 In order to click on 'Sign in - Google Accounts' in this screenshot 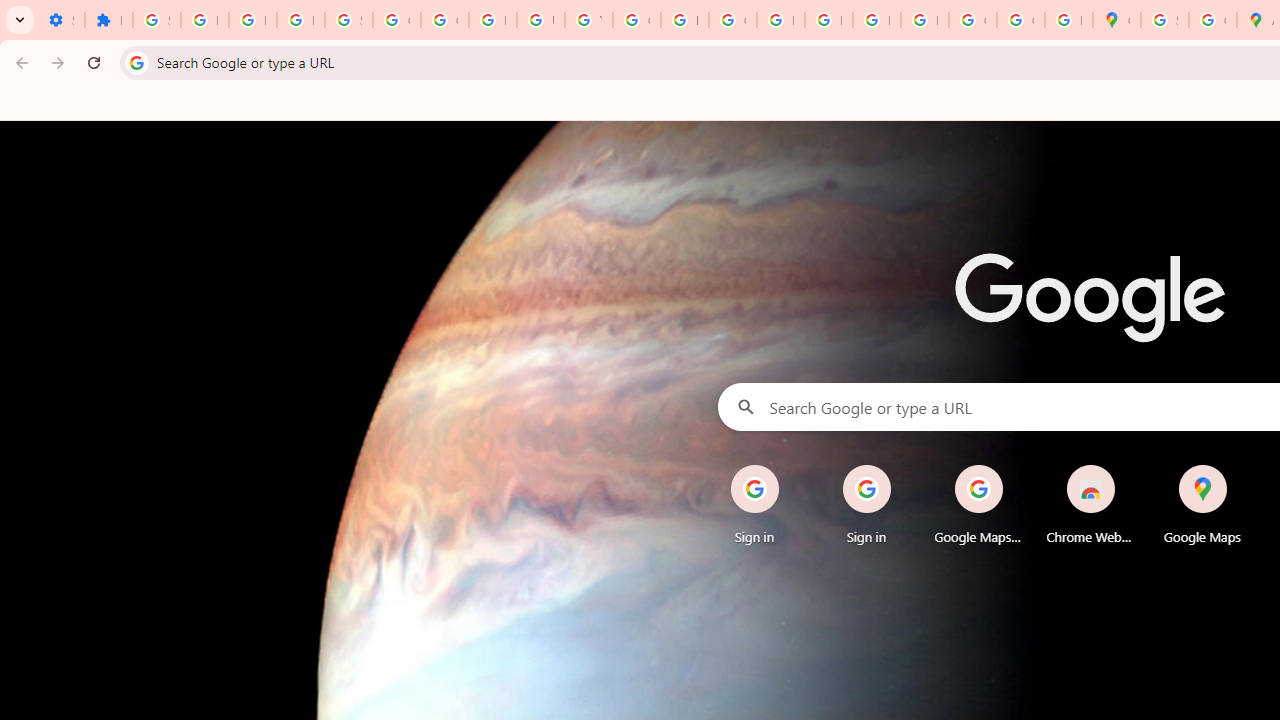, I will do `click(155, 20)`.